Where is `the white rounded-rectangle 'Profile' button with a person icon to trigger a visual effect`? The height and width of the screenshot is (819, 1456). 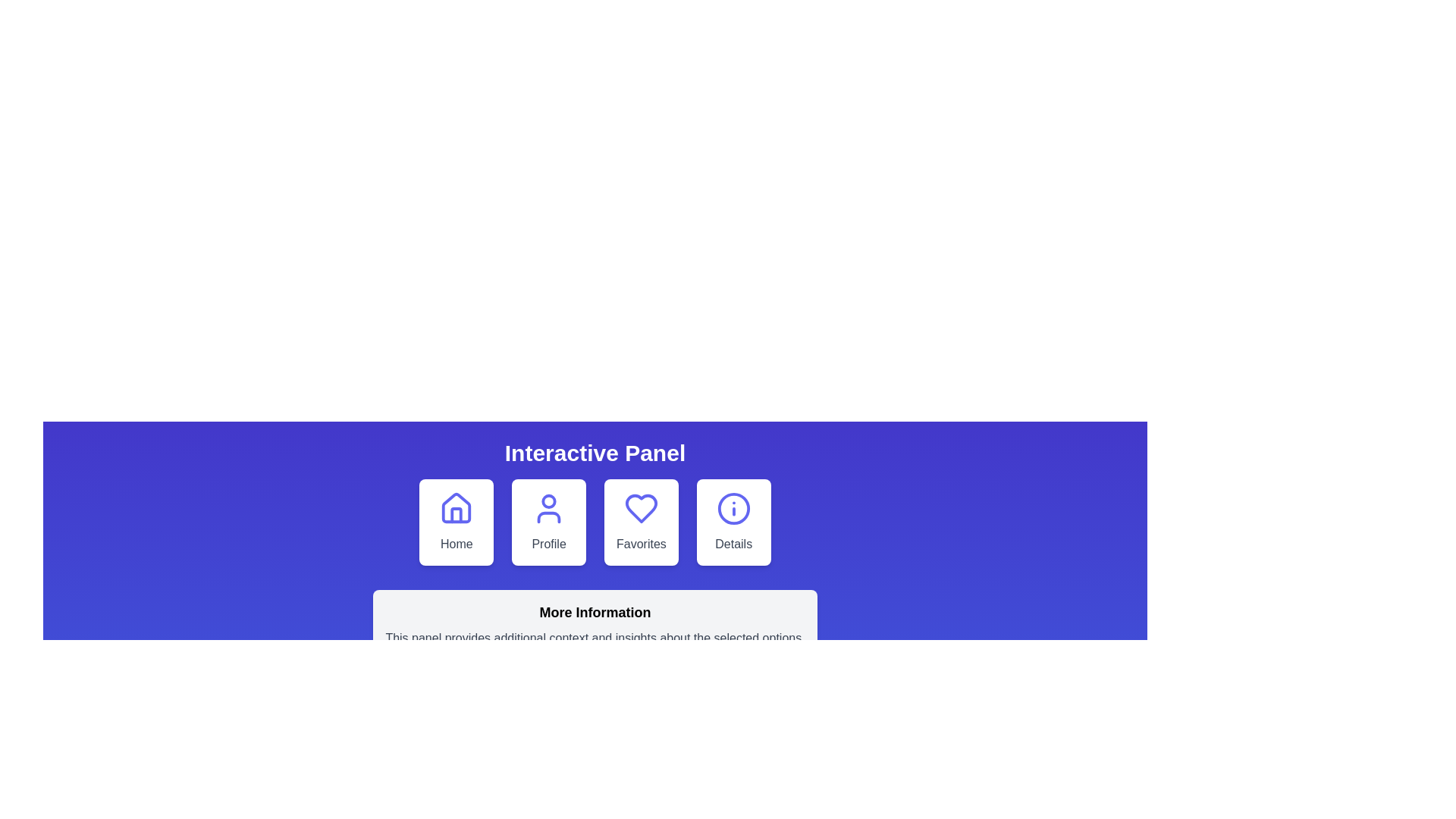
the white rounded-rectangle 'Profile' button with a person icon to trigger a visual effect is located at coordinates (548, 522).